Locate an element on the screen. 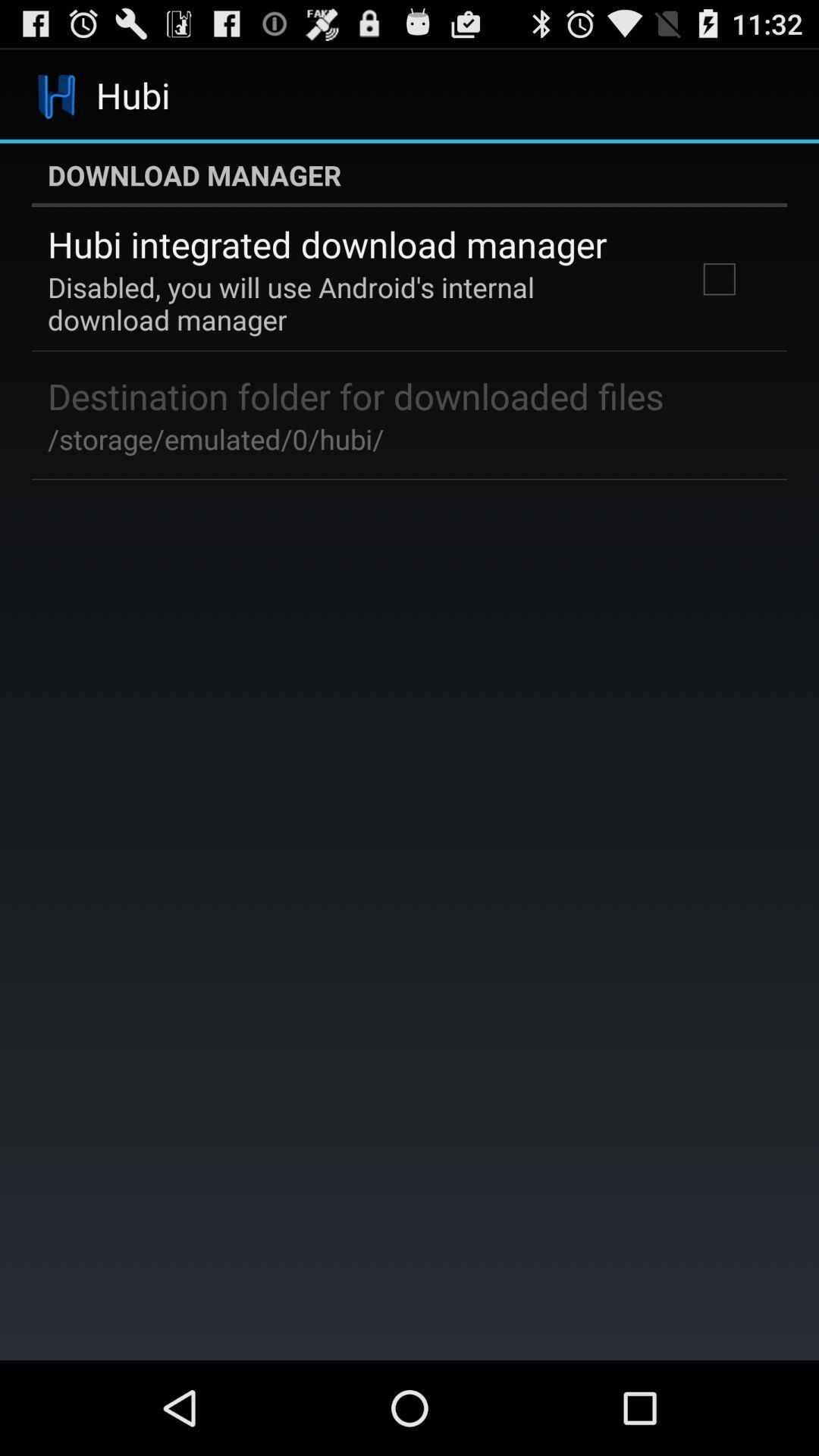 The width and height of the screenshot is (819, 1456). item below destination folder for app is located at coordinates (215, 438).